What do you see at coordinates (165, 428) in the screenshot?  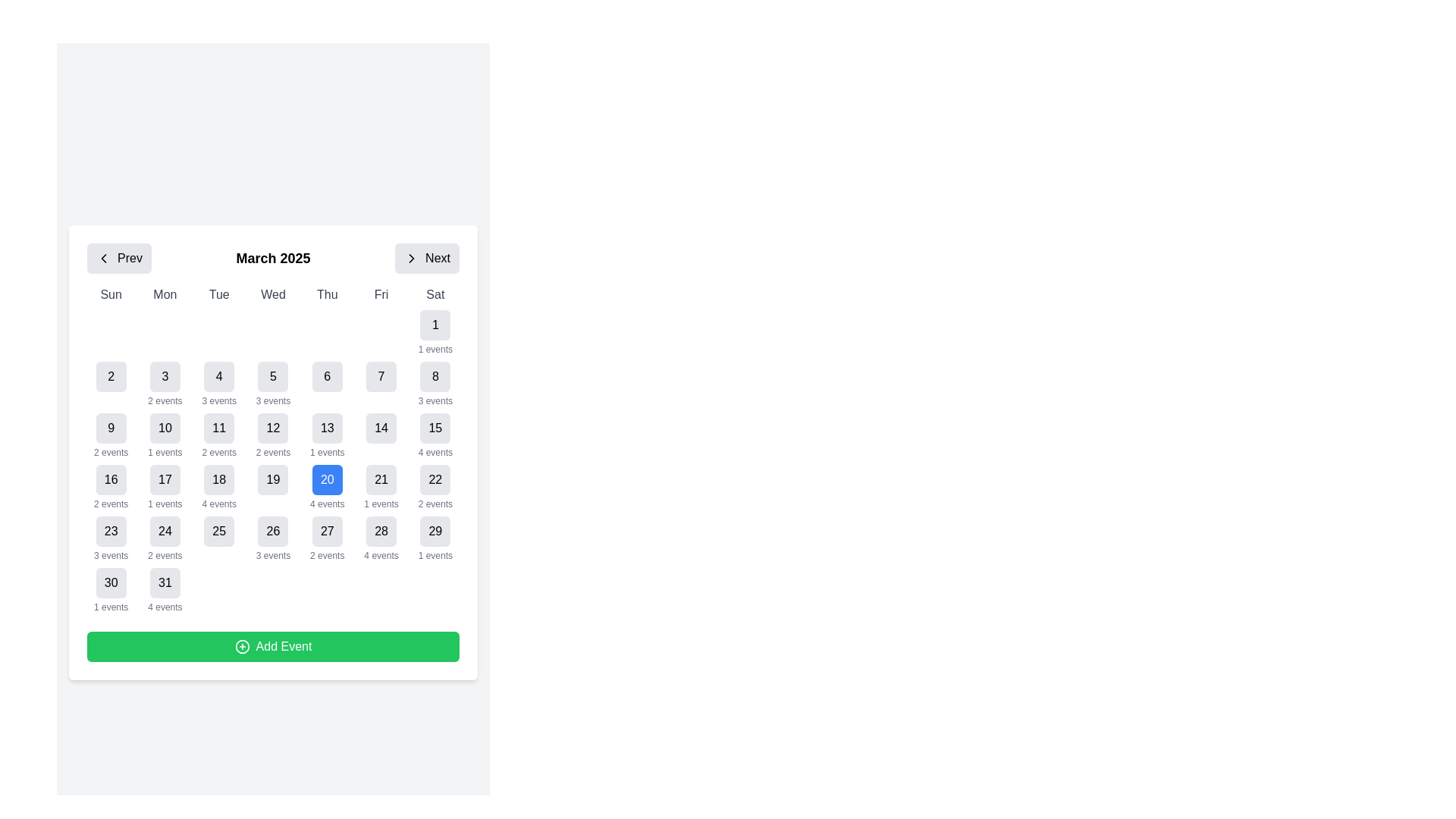 I see `the square button with rounded corners displaying the number '10'` at bounding box center [165, 428].